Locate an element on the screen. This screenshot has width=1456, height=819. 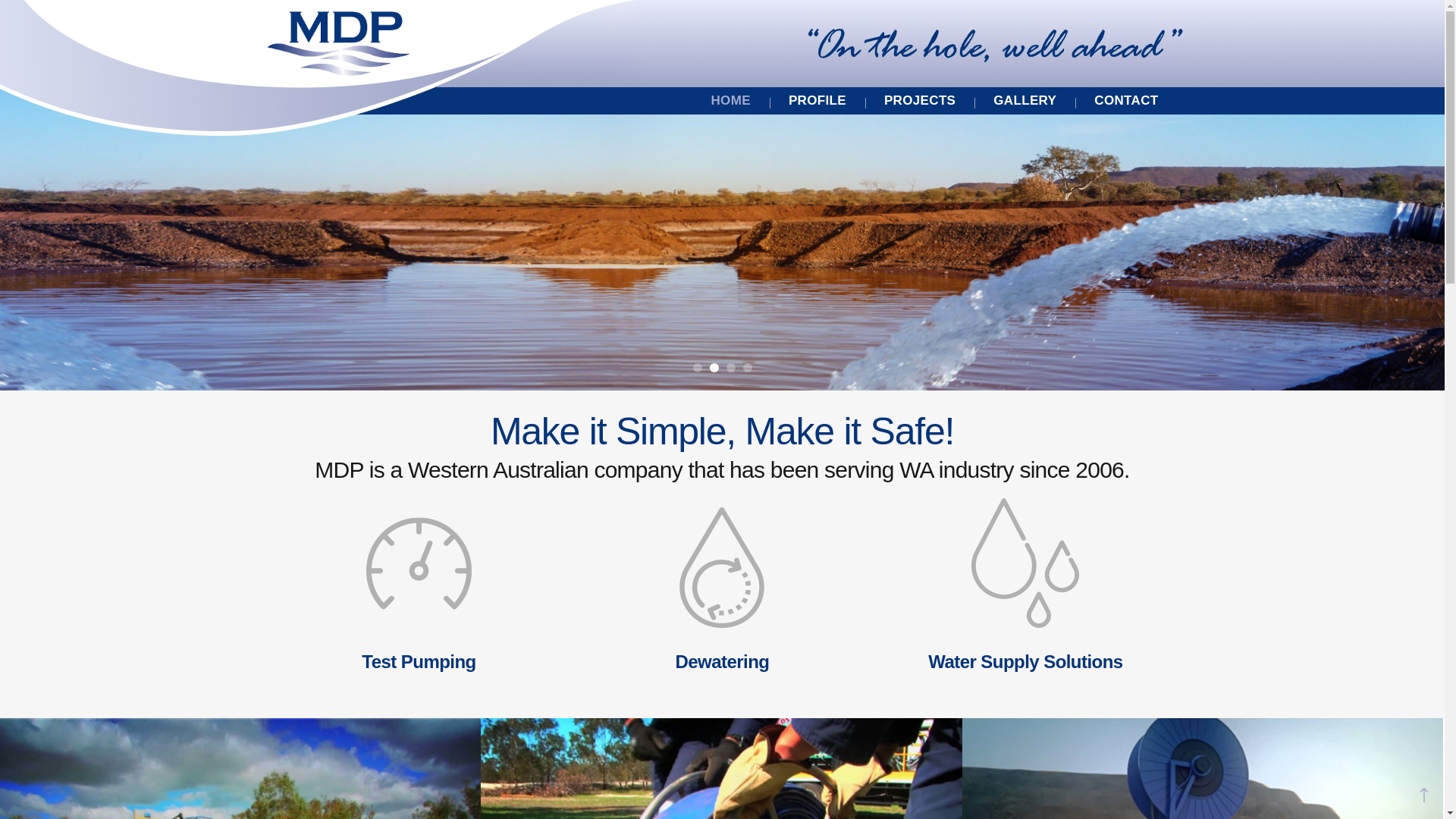
'GALLERY' is located at coordinates (1025, 100).